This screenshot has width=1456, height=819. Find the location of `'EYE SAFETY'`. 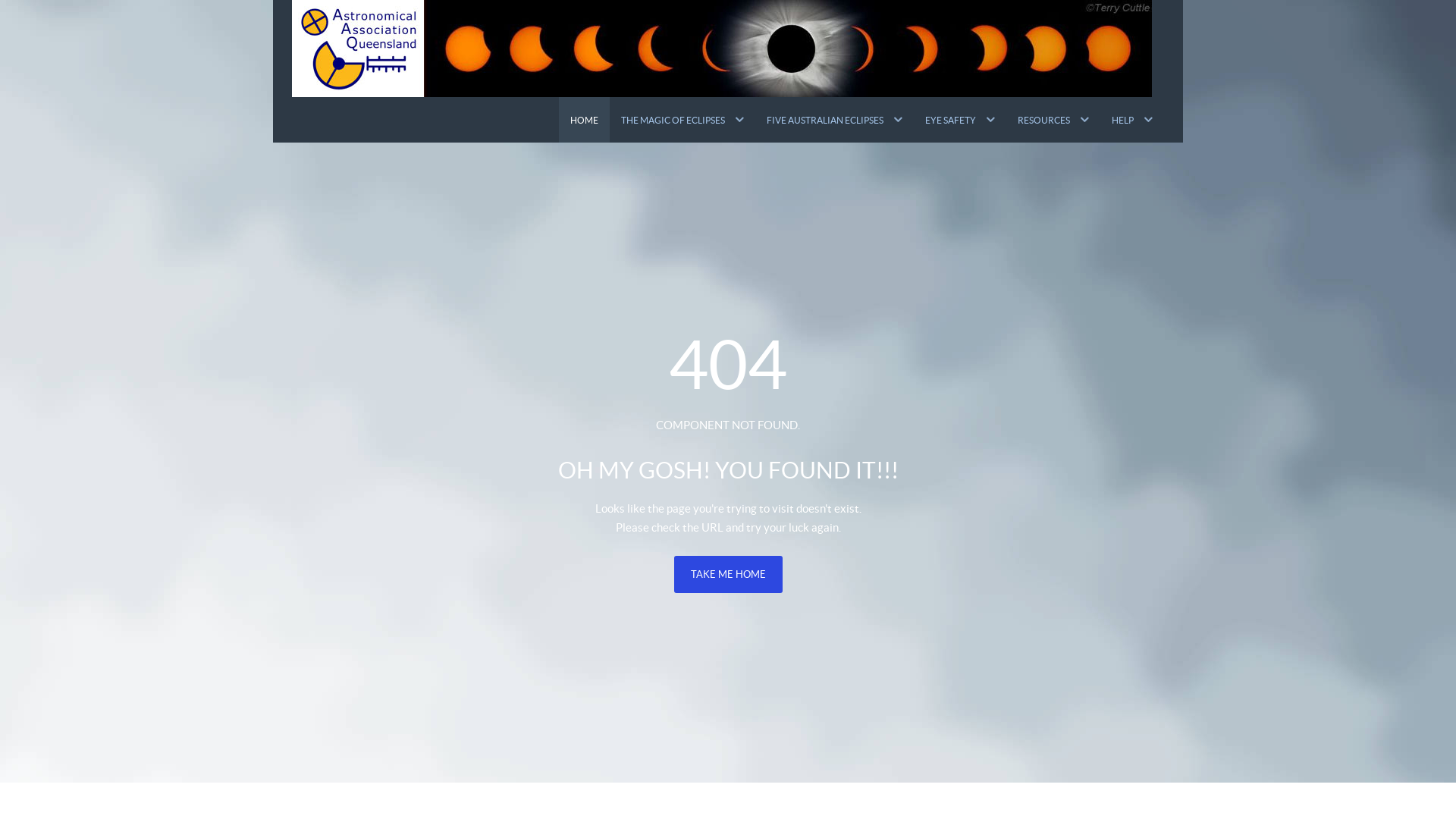

'EYE SAFETY' is located at coordinates (959, 119).